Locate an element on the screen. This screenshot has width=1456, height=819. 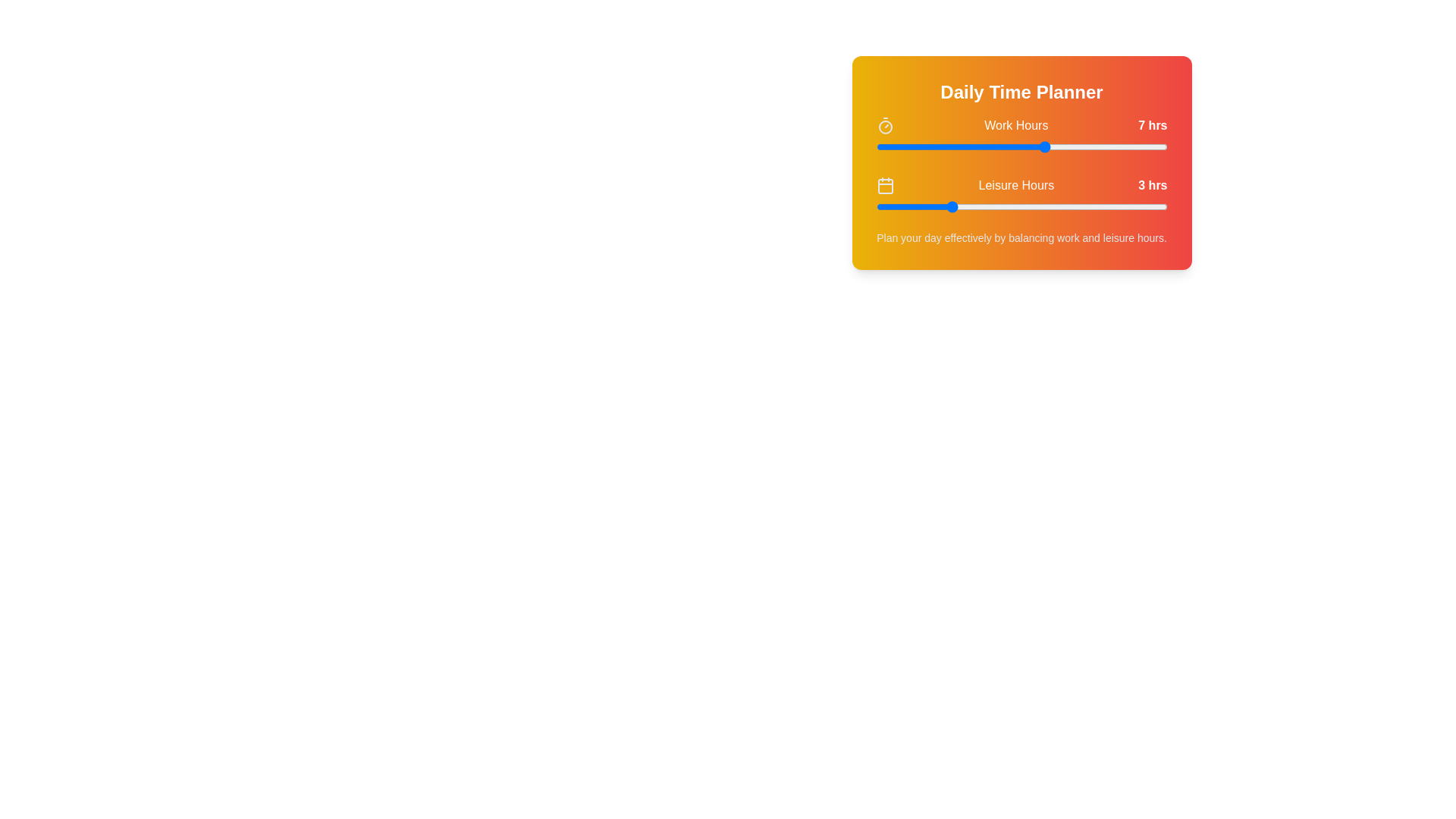
the text label that reads 'Plan your day effectively by balancing work and leisure hours.' positioned at the bottom of a gradient card is located at coordinates (1021, 237).